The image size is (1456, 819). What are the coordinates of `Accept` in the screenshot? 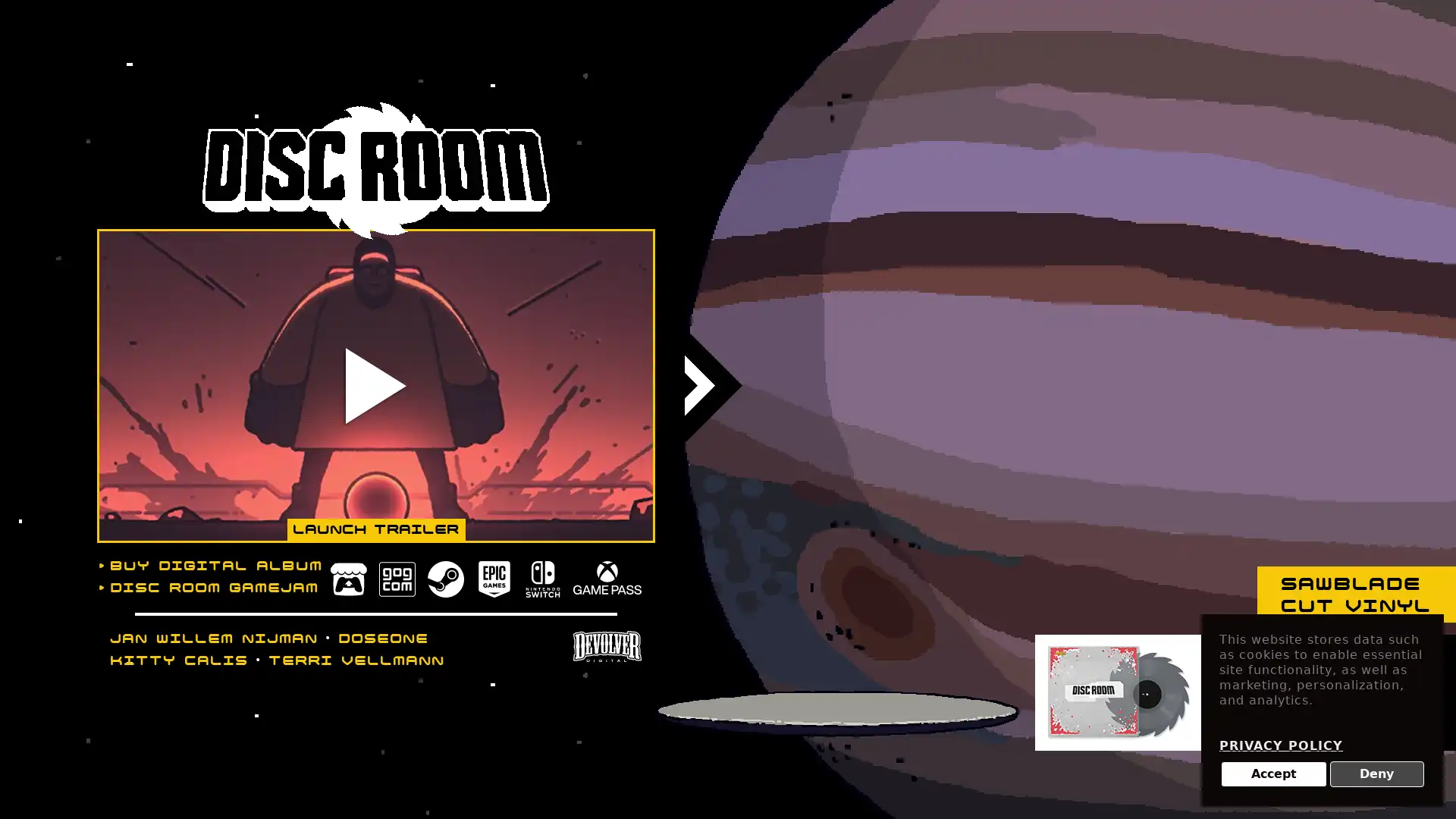 It's located at (1273, 774).